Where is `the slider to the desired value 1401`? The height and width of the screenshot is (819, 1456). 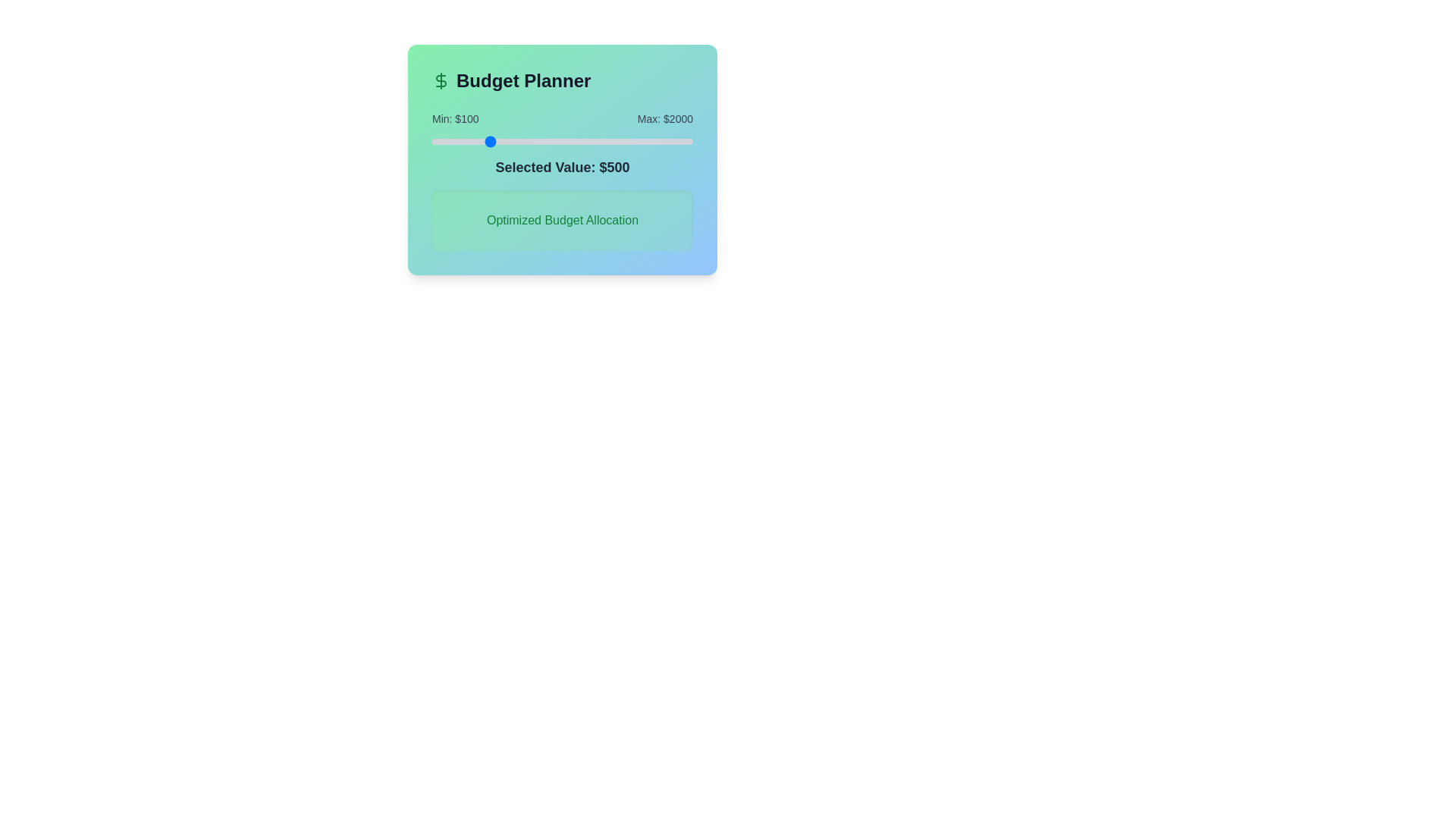
the slider to the desired value 1401 is located at coordinates (610, 141).